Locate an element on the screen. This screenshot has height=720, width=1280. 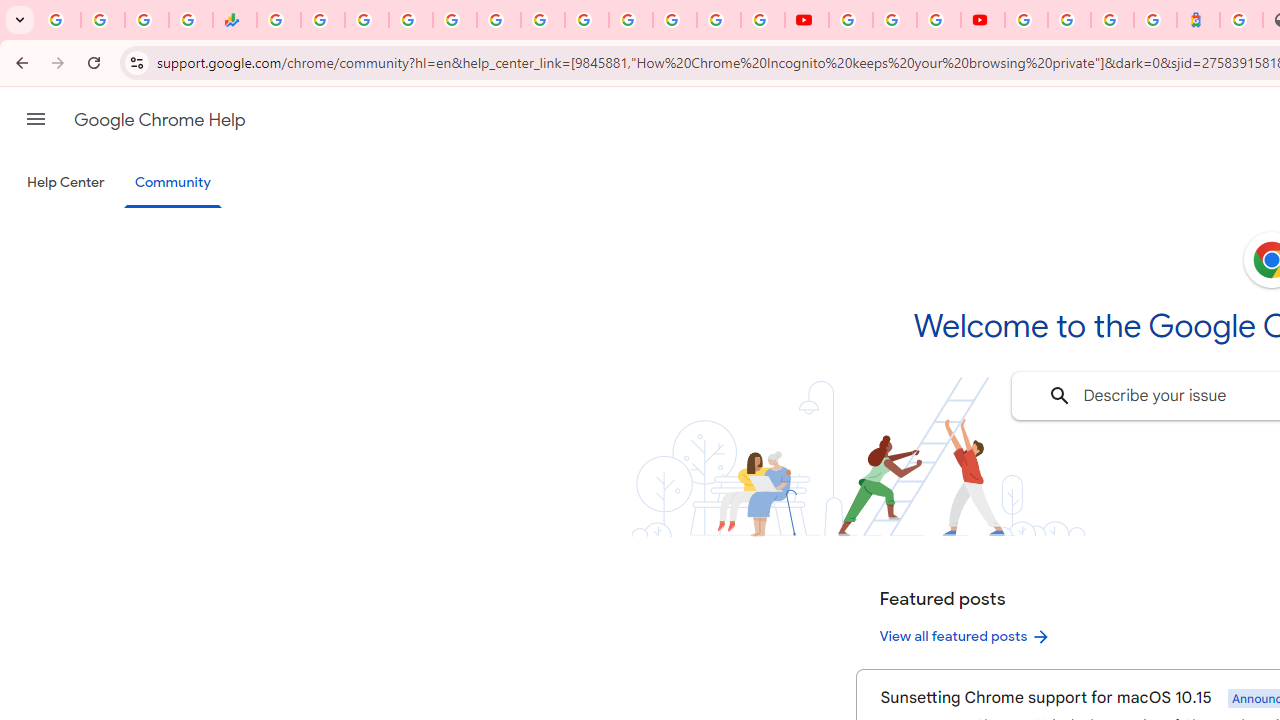
'Google Account Help' is located at coordinates (893, 20).